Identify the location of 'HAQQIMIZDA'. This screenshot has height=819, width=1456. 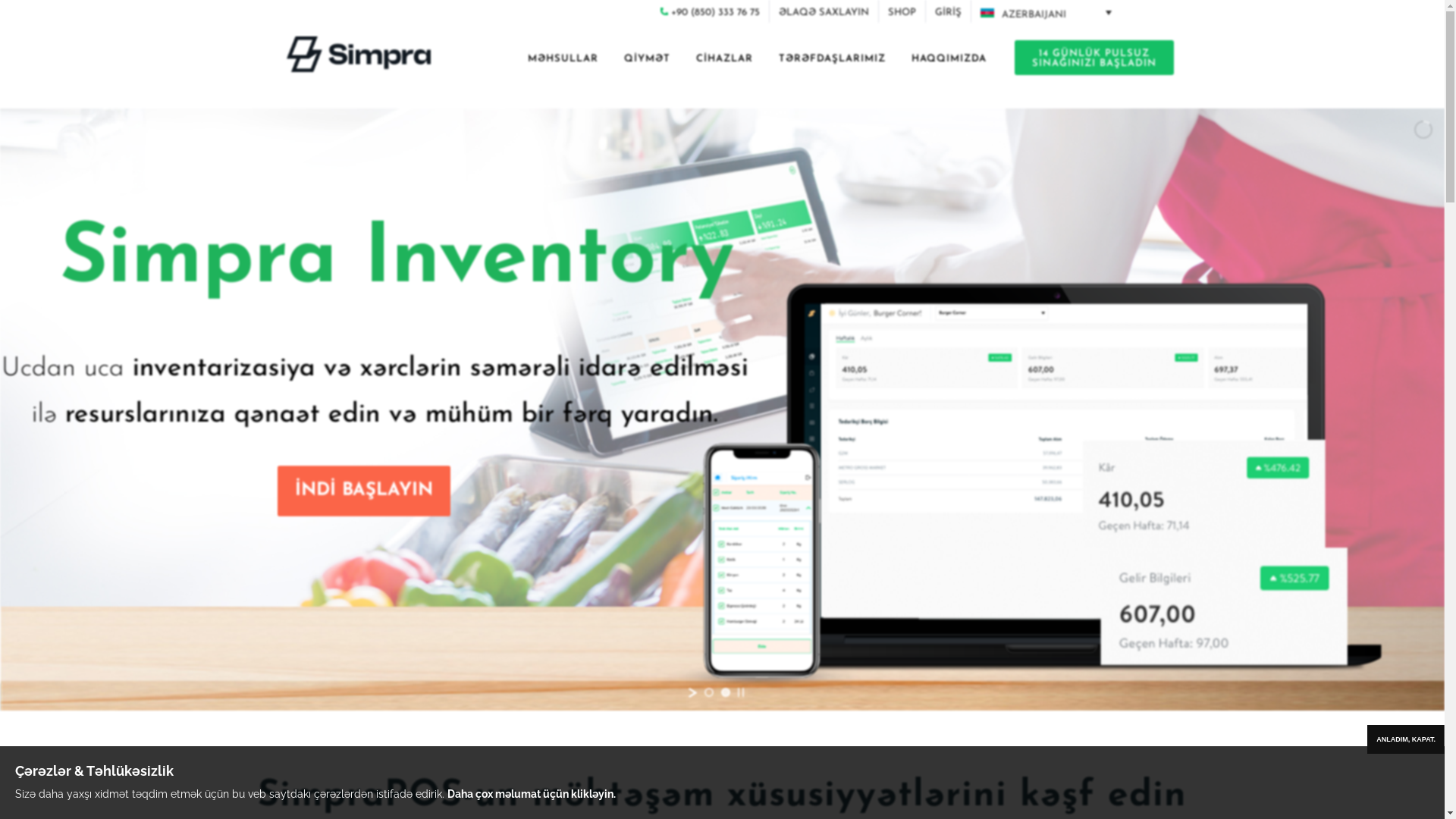
(947, 60).